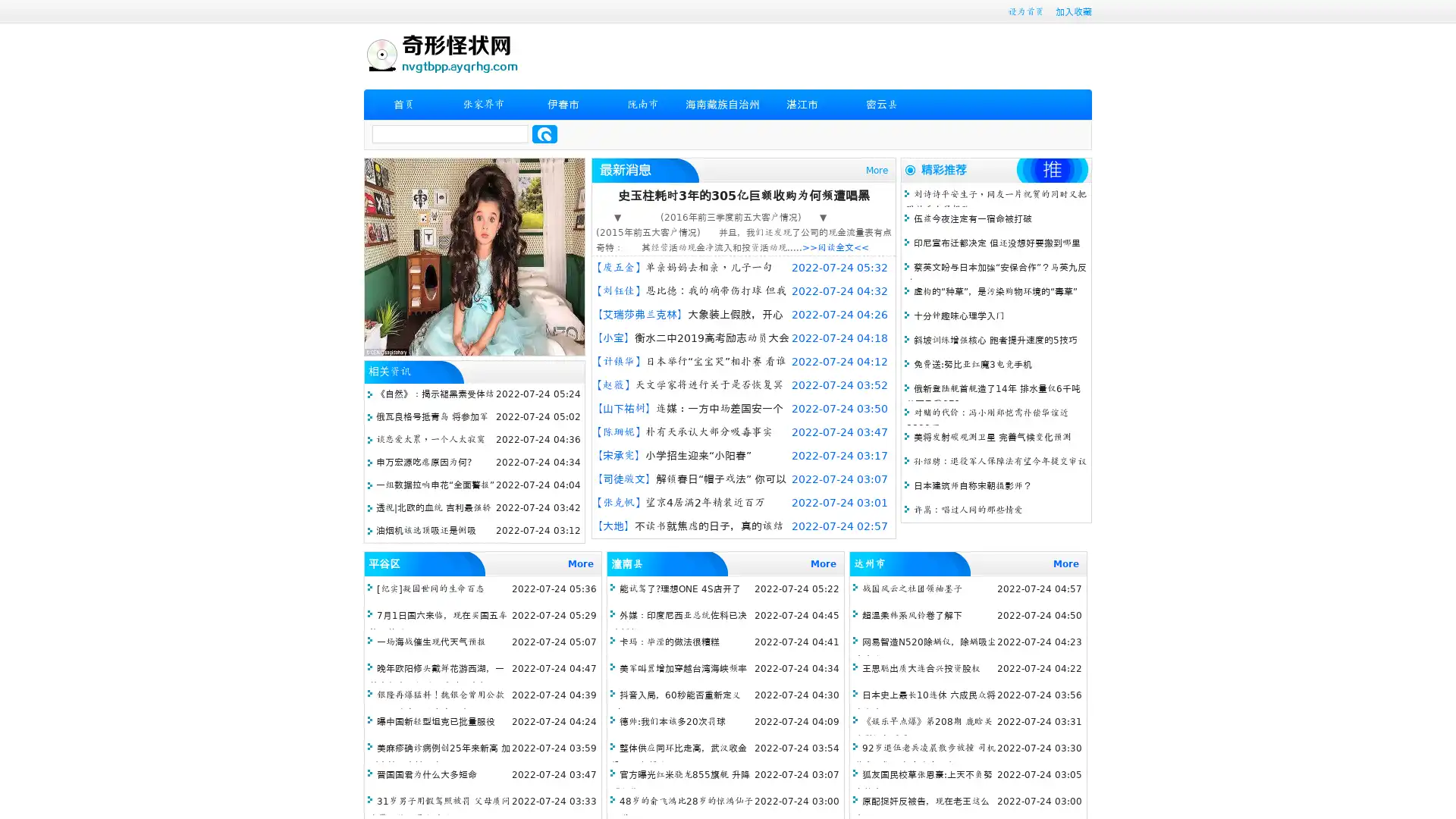  Describe the element at coordinates (544, 133) in the screenshot. I see `Search` at that location.